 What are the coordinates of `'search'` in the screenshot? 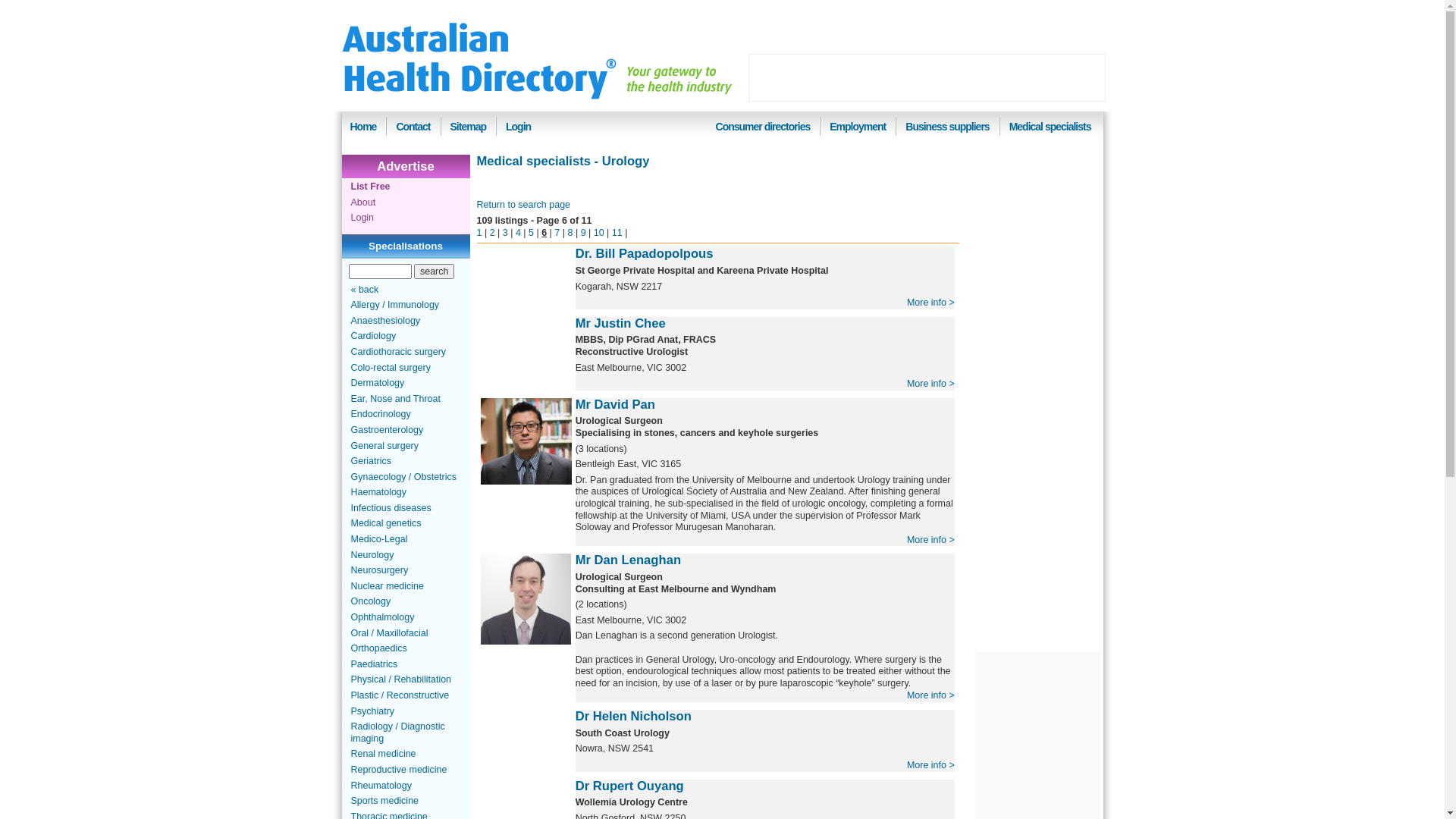 It's located at (414, 271).